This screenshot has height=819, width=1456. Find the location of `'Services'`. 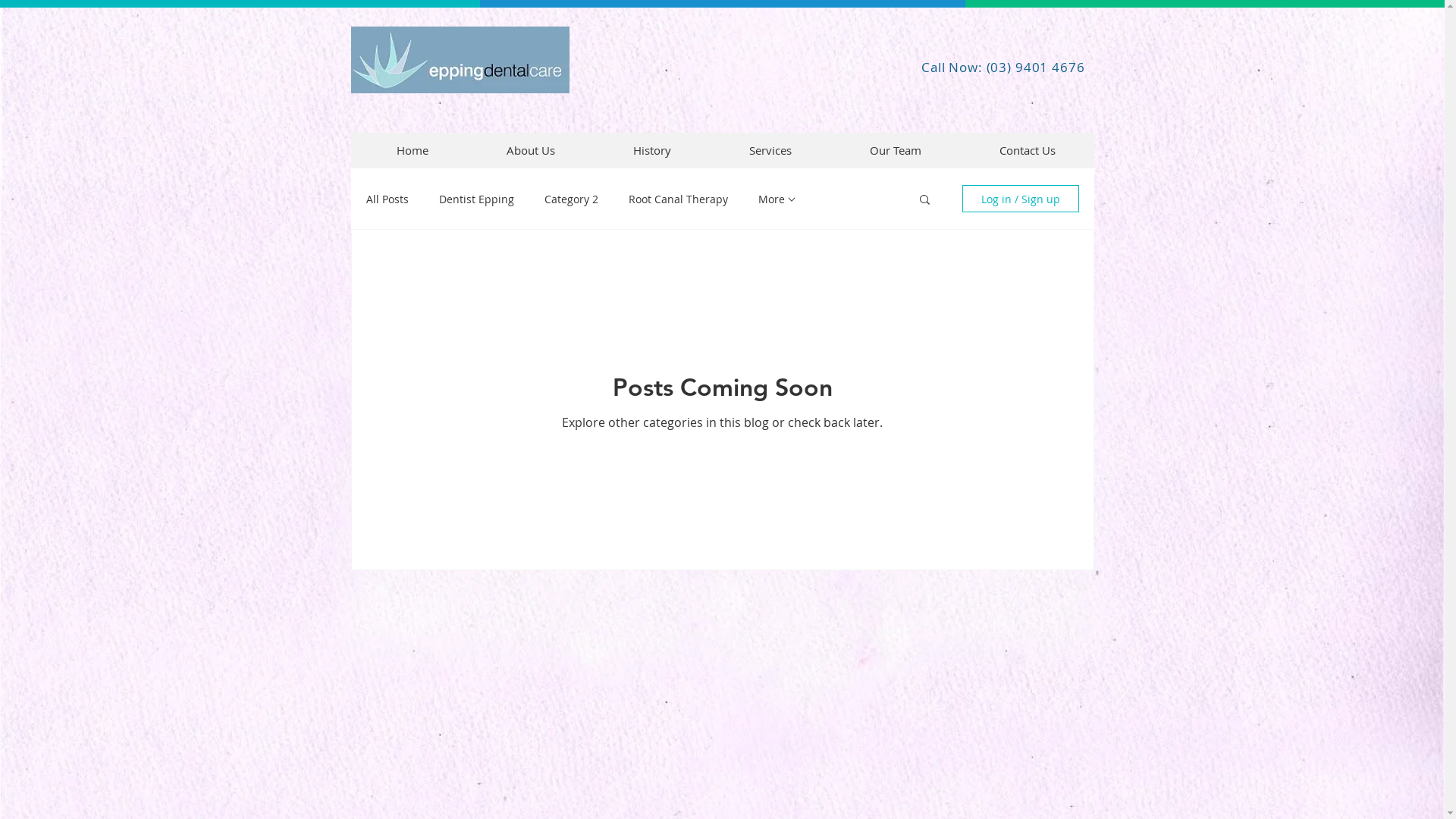

'Services' is located at coordinates (770, 150).